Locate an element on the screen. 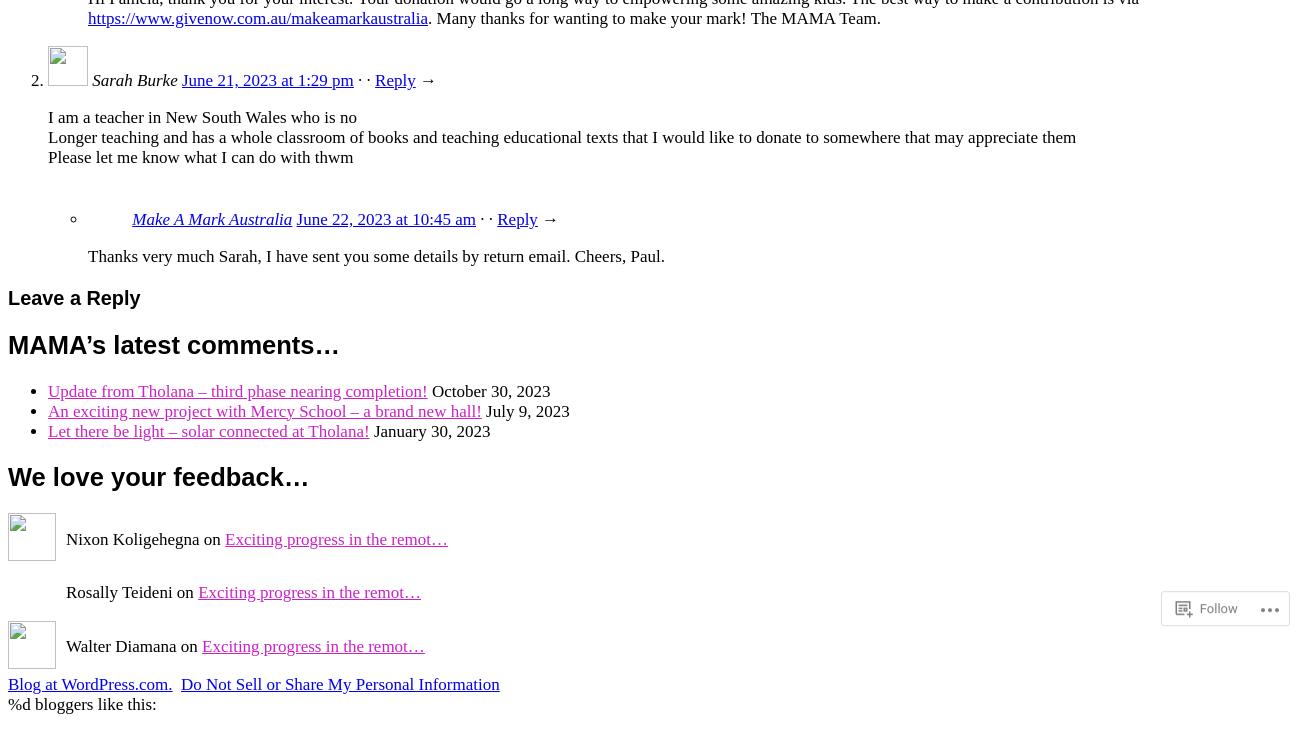 The height and width of the screenshot is (730, 1300). 'Rosally Teideni on' is located at coordinates (66, 591).